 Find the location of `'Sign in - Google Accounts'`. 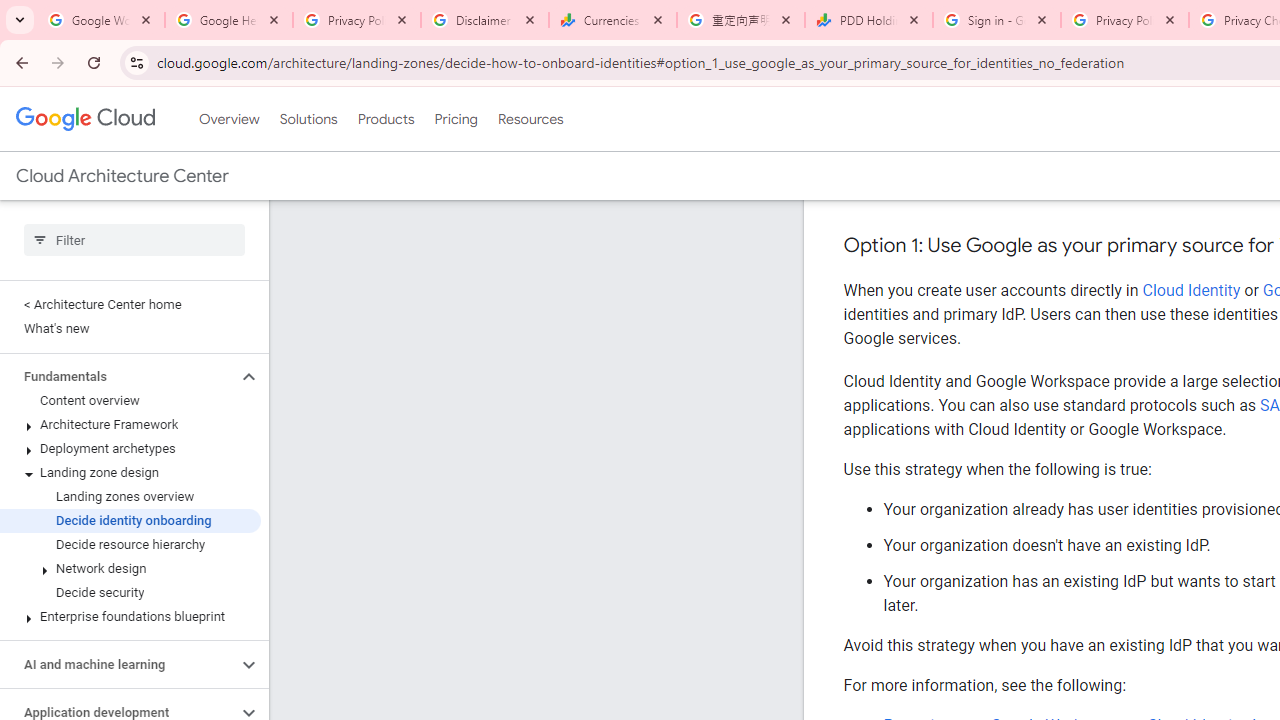

'Sign in - Google Accounts' is located at coordinates (997, 20).